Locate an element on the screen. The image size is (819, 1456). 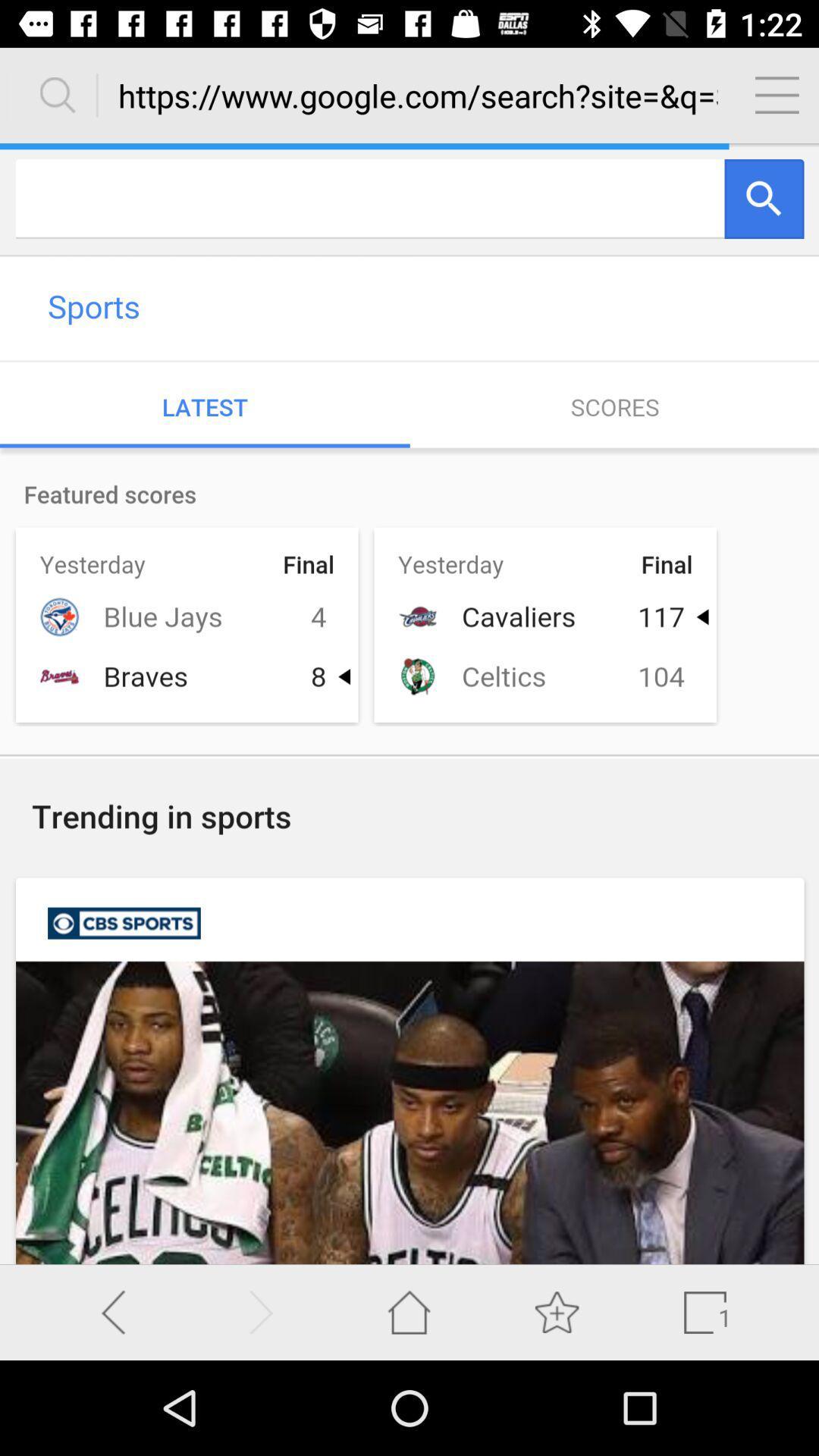
screen page is located at coordinates (409, 703).